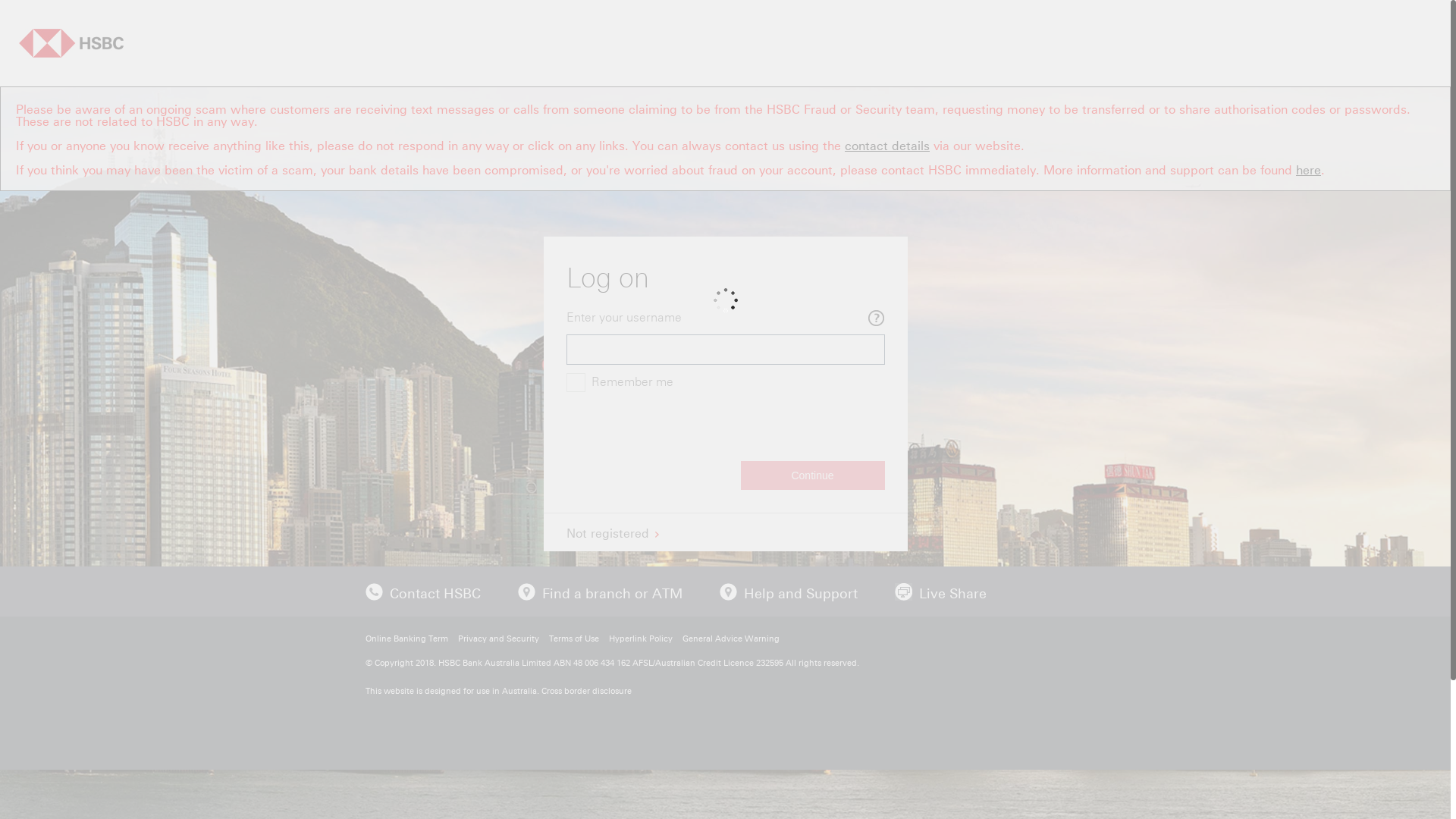 This screenshot has height=819, width=1456. I want to click on 'Contact HSBC', so click(435, 591).